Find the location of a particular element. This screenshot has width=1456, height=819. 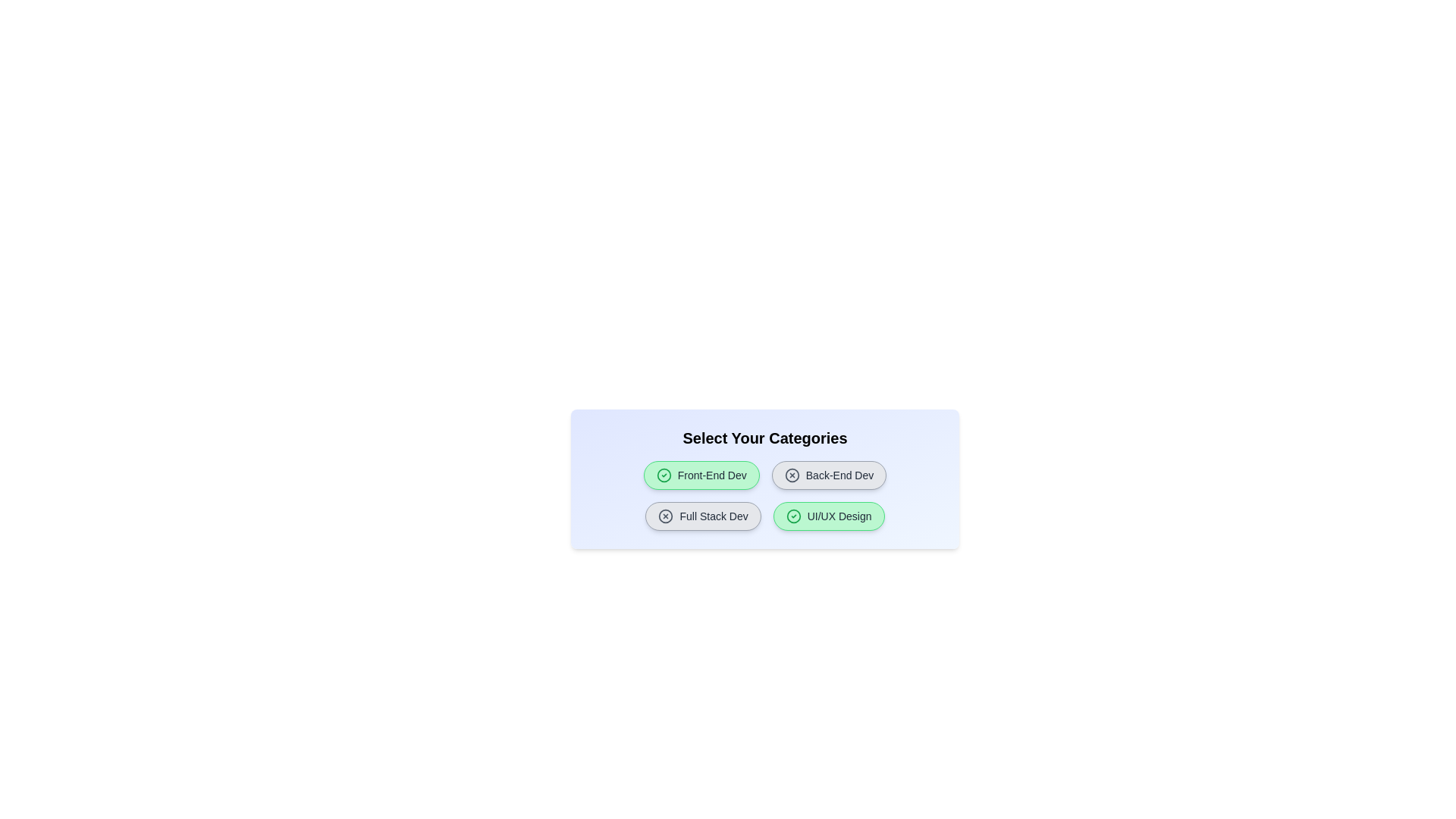

the category chip labeled 'Full Stack Dev' by clicking on it is located at coordinates (701, 516).